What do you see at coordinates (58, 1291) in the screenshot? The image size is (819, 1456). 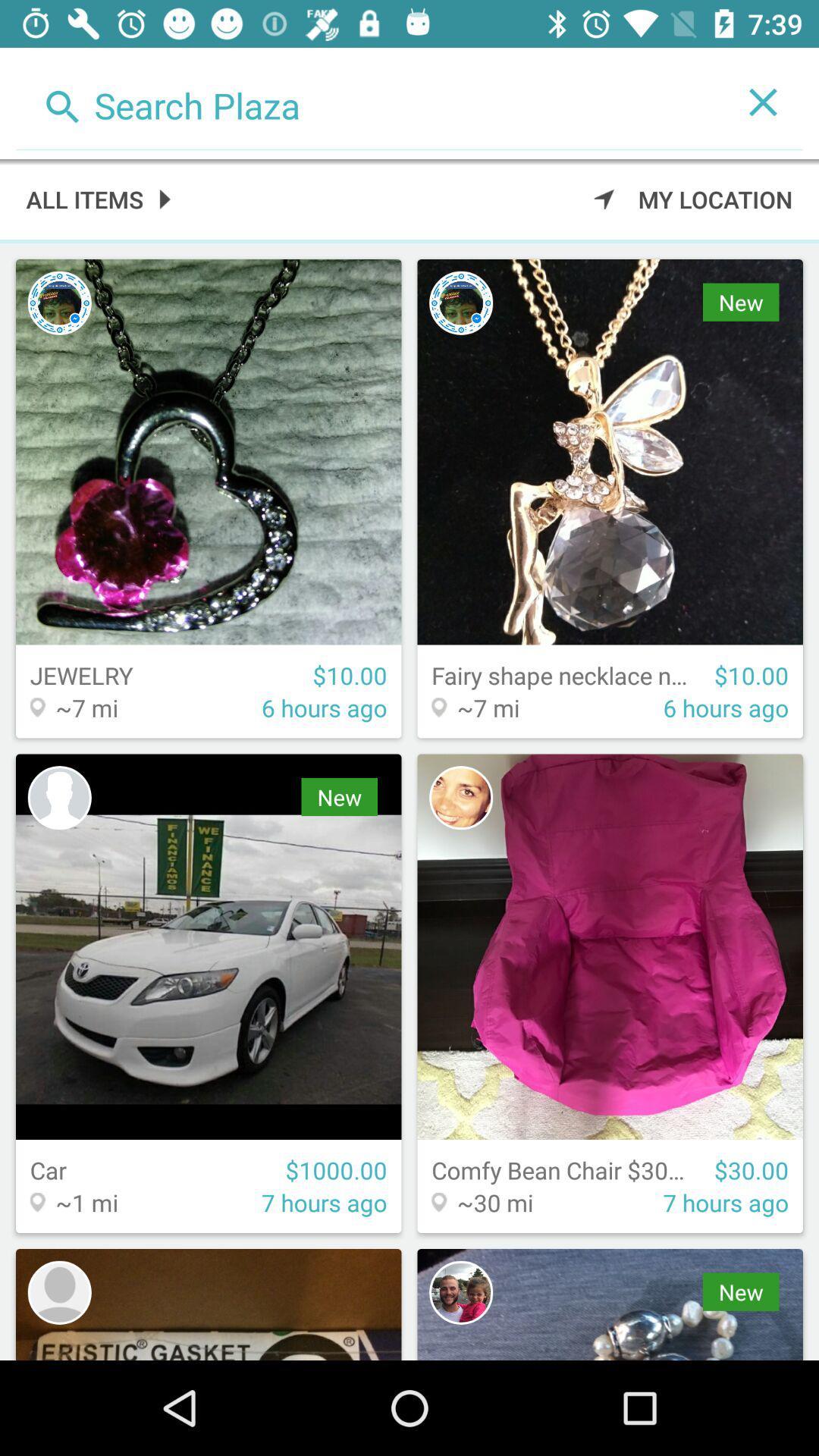 I see `display picture of seller` at bounding box center [58, 1291].